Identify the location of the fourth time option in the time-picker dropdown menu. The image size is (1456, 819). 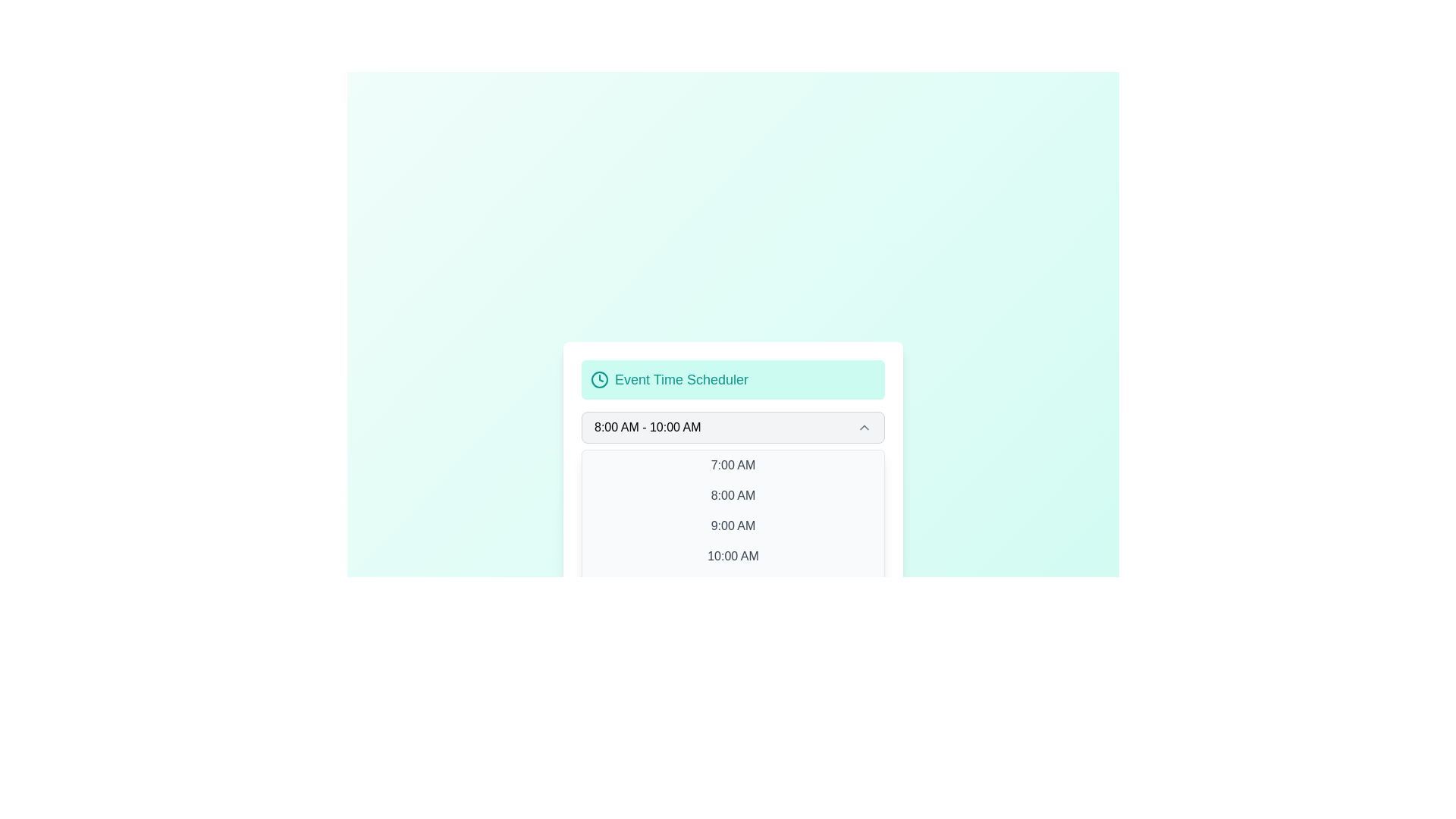
(733, 556).